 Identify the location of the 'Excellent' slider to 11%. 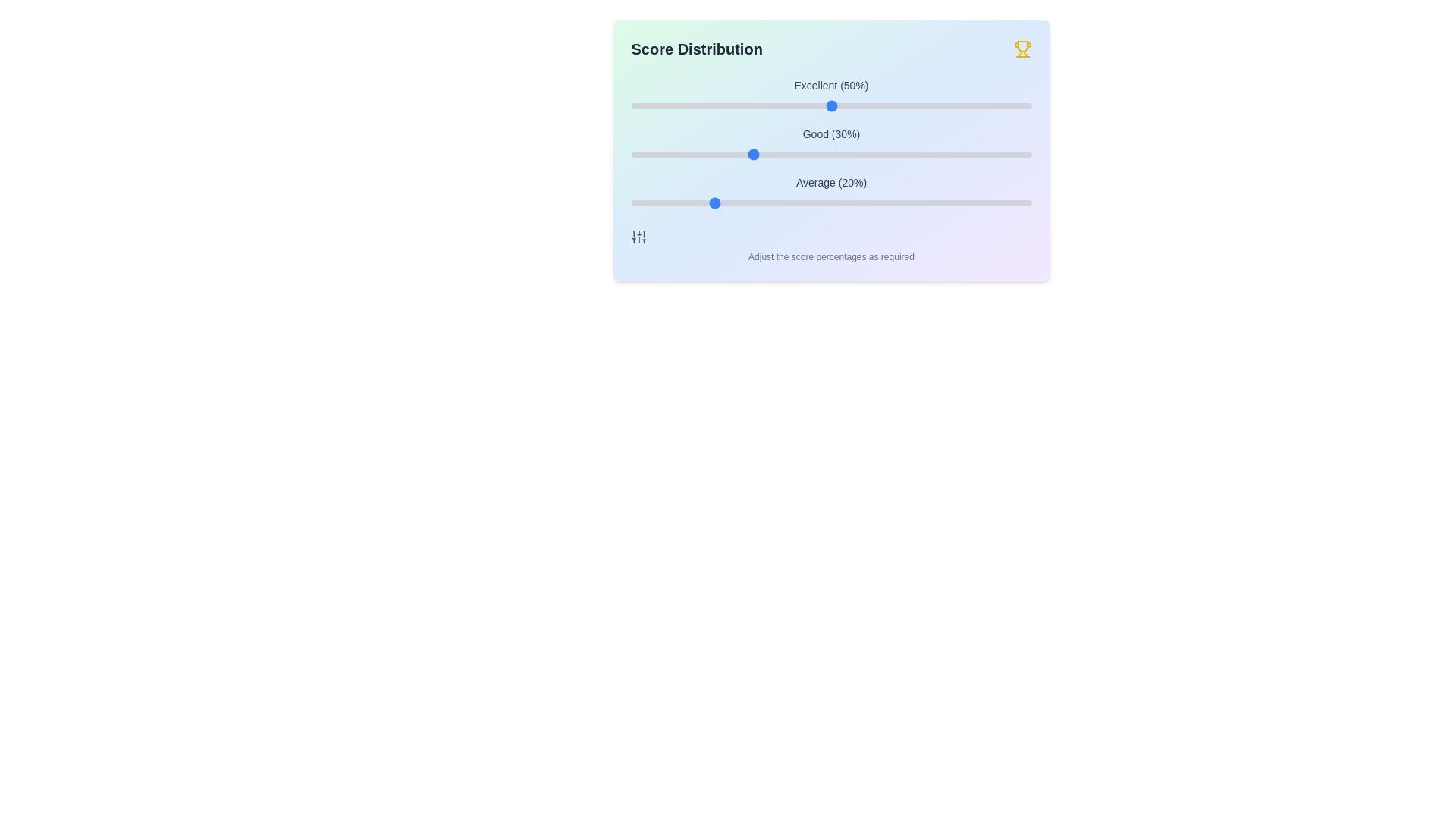
(674, 105).